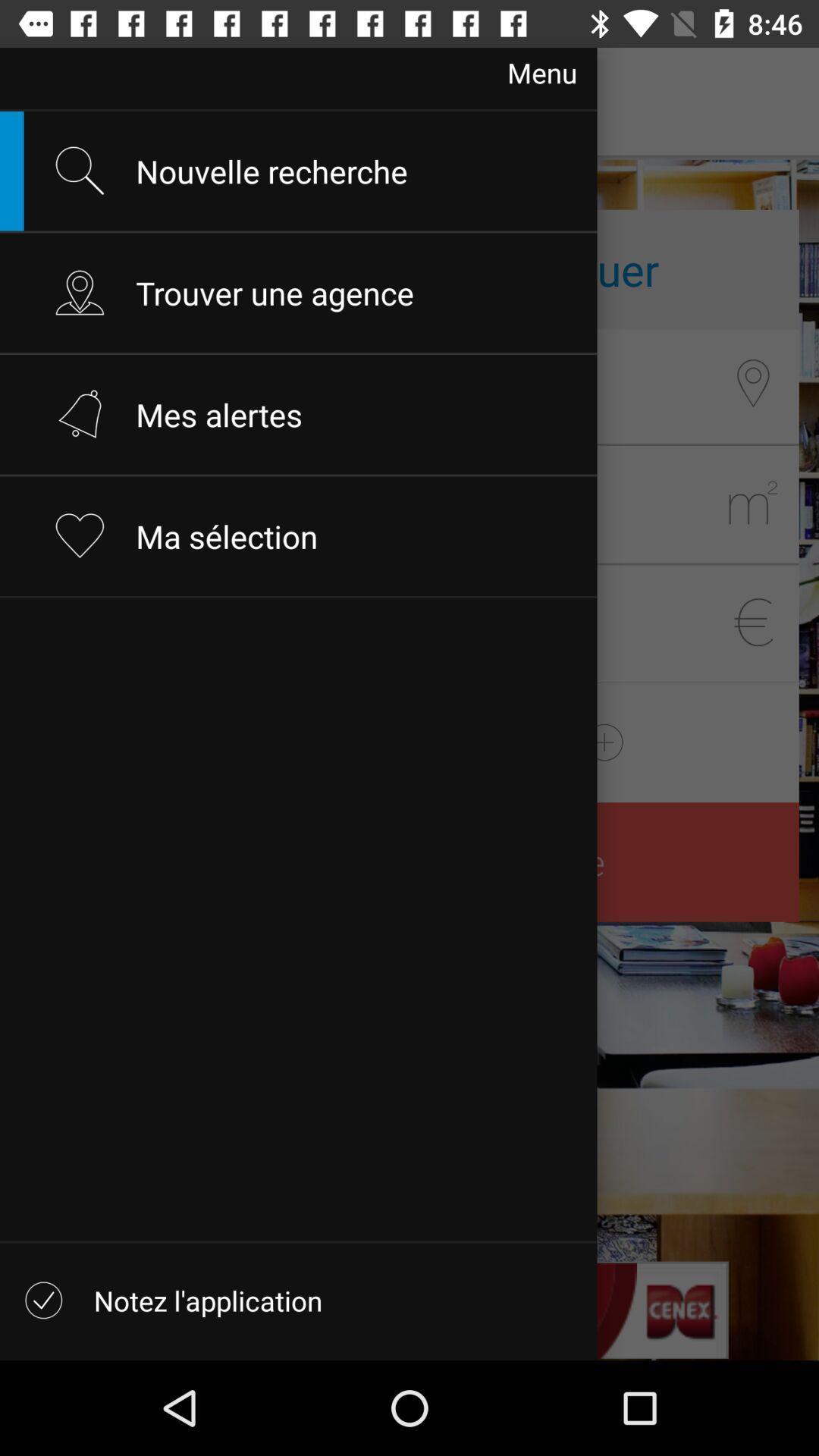 The image size is (819, 1456). Describe the element at coordinates (214, 269) in the screenshot. I see `the second option along with the location icon beside it` at that location.